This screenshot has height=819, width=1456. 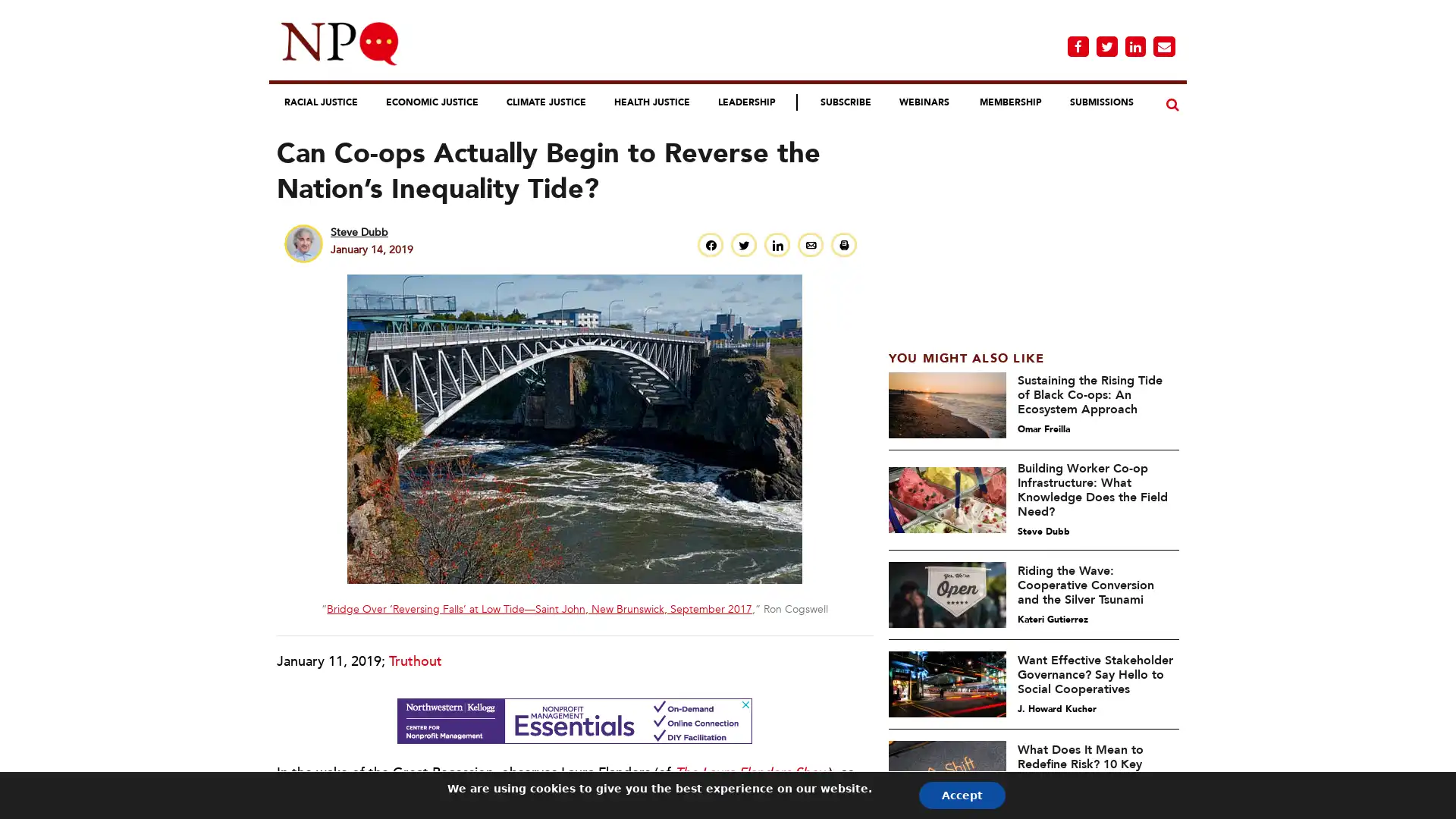 What do you see at coordinates (937, 112) in the screenshot?
I see `Close` at bounding box center [937, 112].